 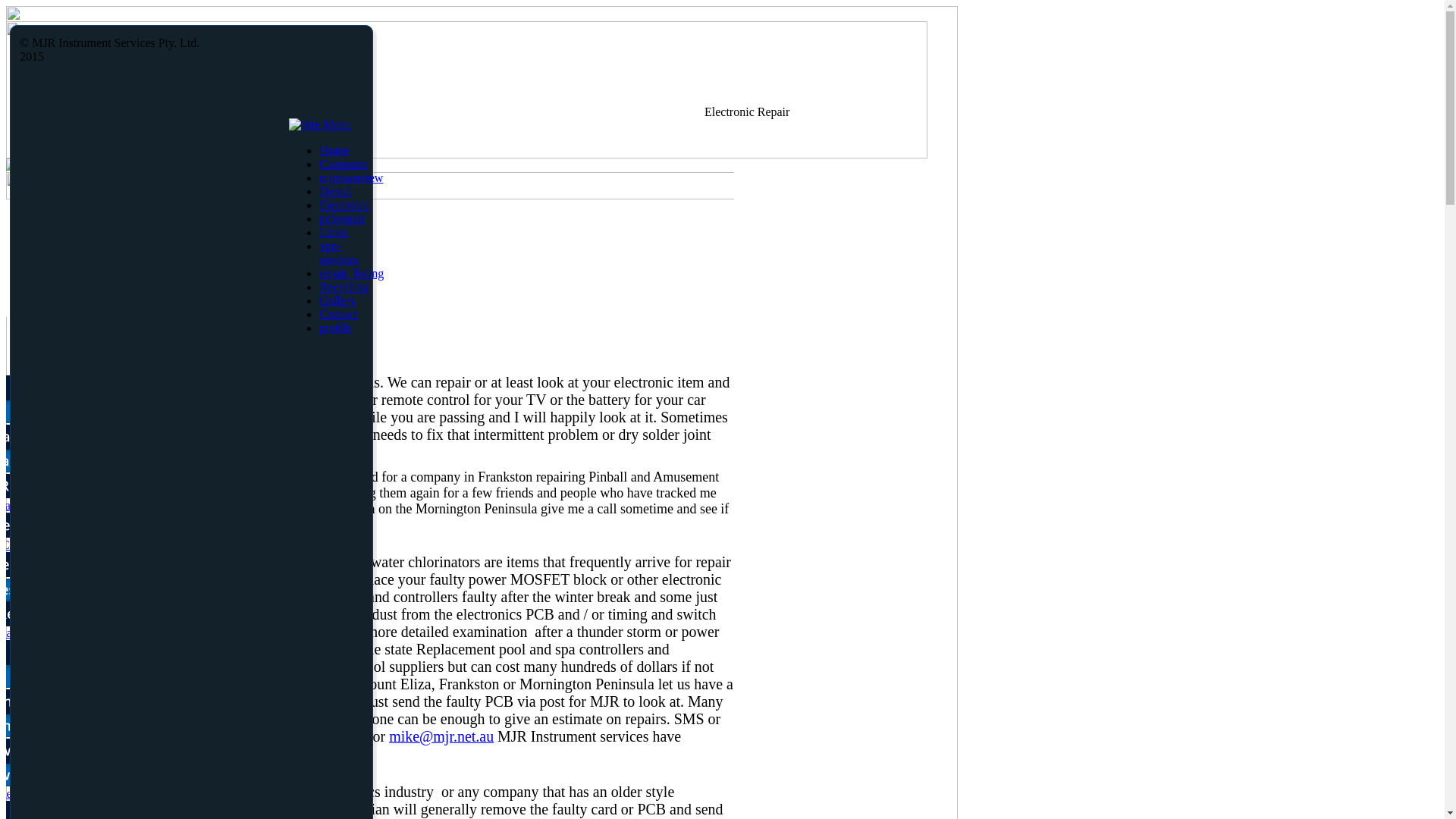 What do you see at coordinates (334, 190) in the screenshot?
I see `'Dental'` at bounding box center [334, 190].